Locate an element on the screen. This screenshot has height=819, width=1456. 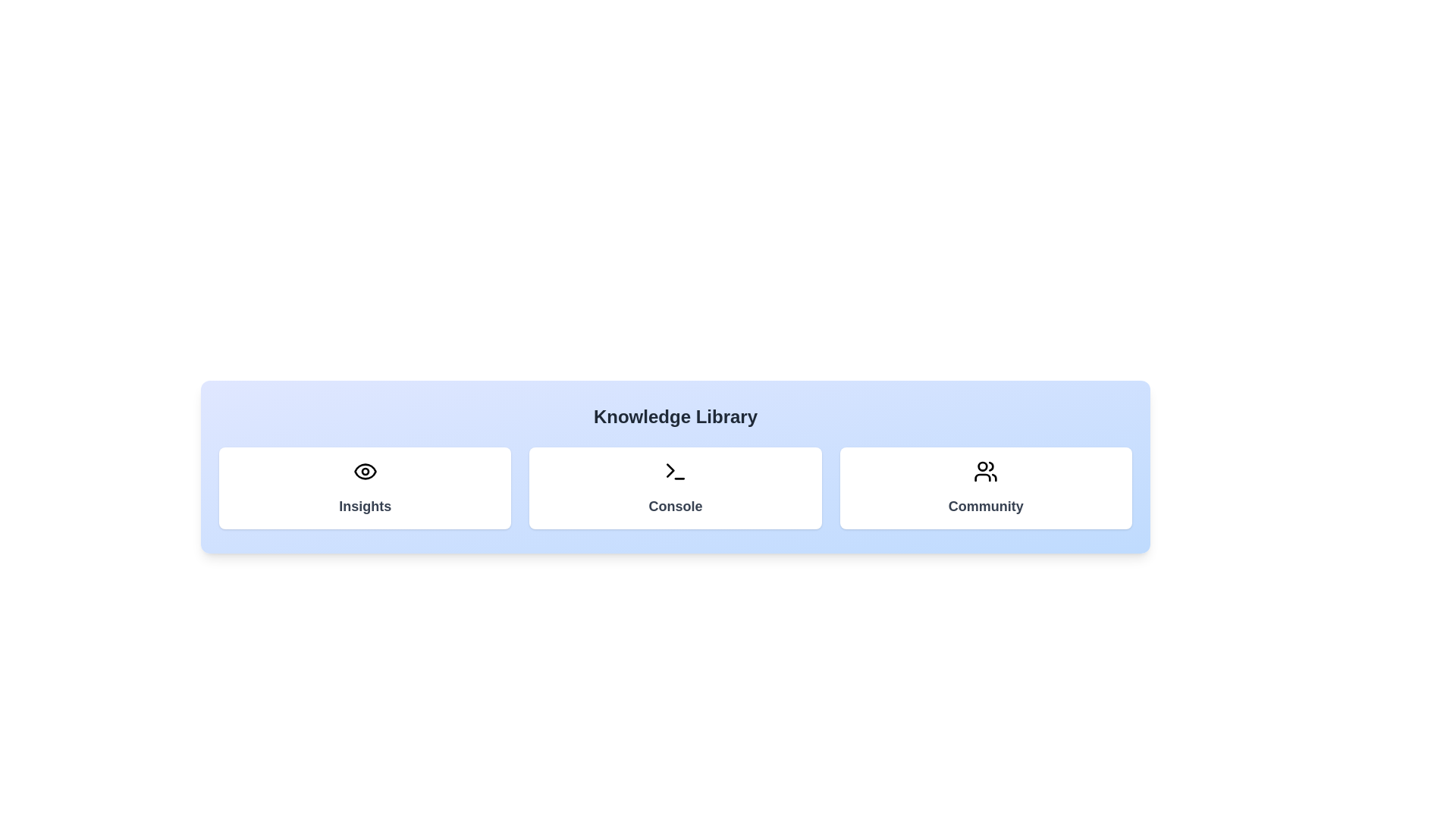
the small circular SVG element that represents a user or community within the 'Community' button is located at coordinates (983, 466).